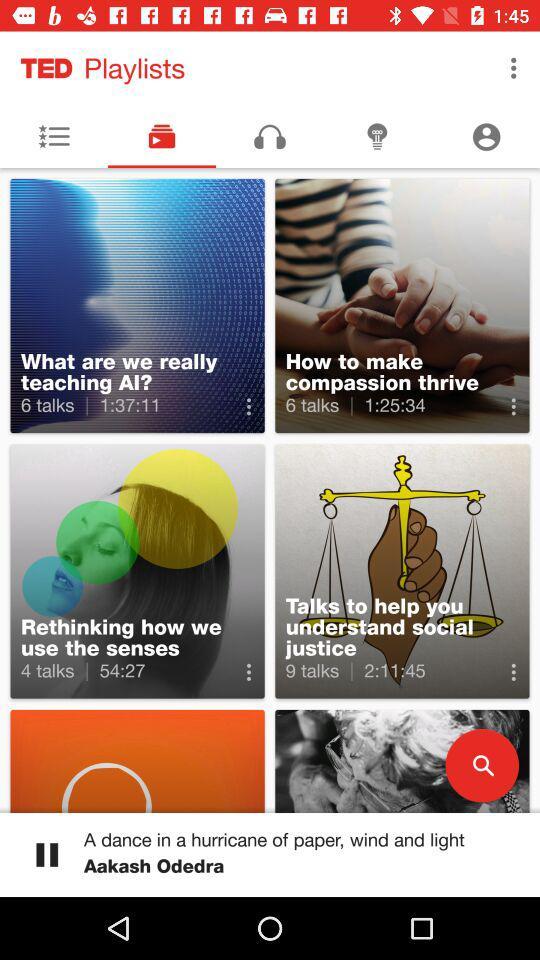 This screenshot has width=540, height=960. Describe the element at coordinates (481, 764) in the screenshot. I see `the search icon` at that location.